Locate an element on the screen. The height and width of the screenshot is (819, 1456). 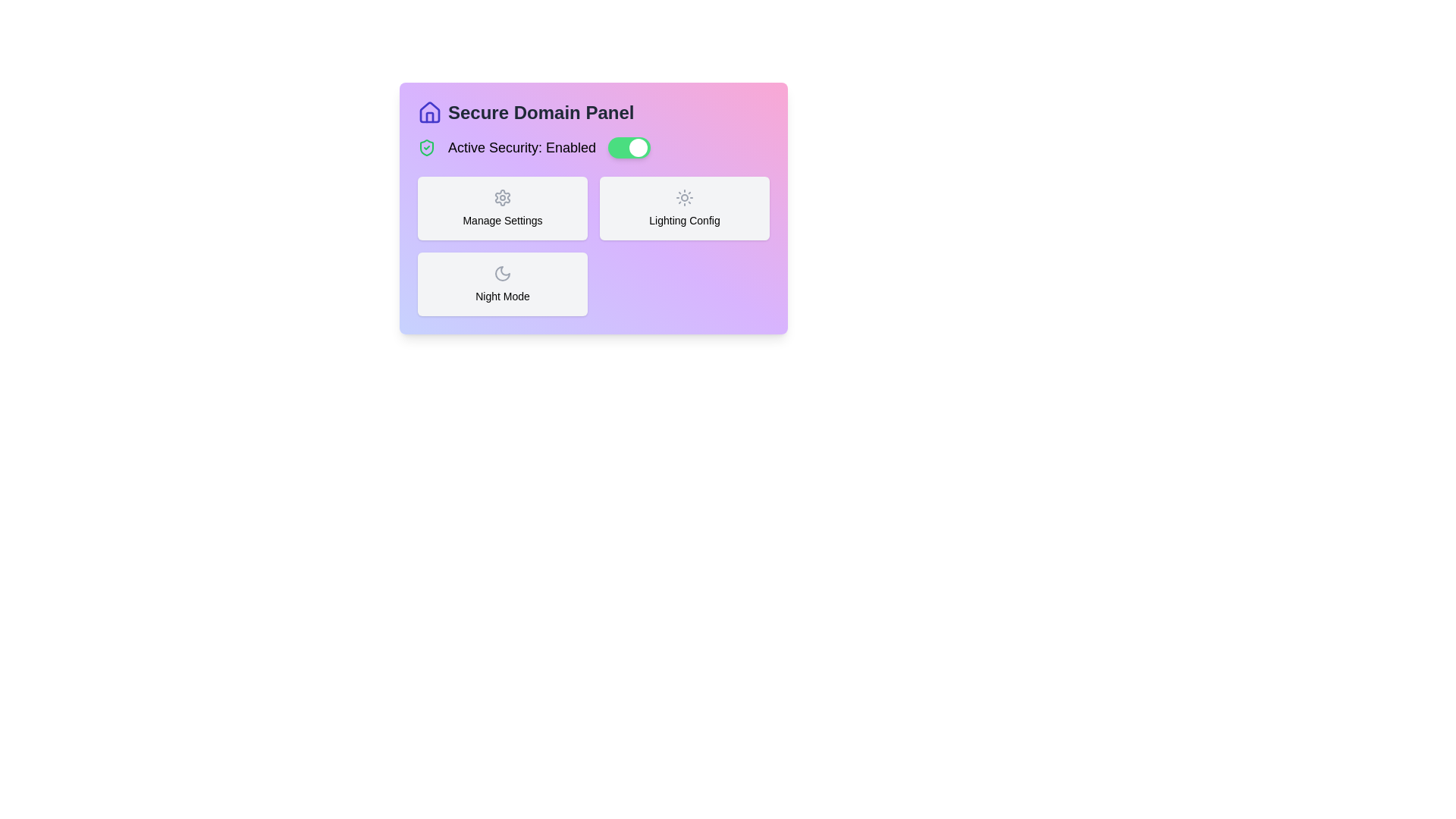
the central icon representing the lighting configuration feature within the 'Lighting Config' button, located in the top-right corner of the card is located at coordinates (683, 197).